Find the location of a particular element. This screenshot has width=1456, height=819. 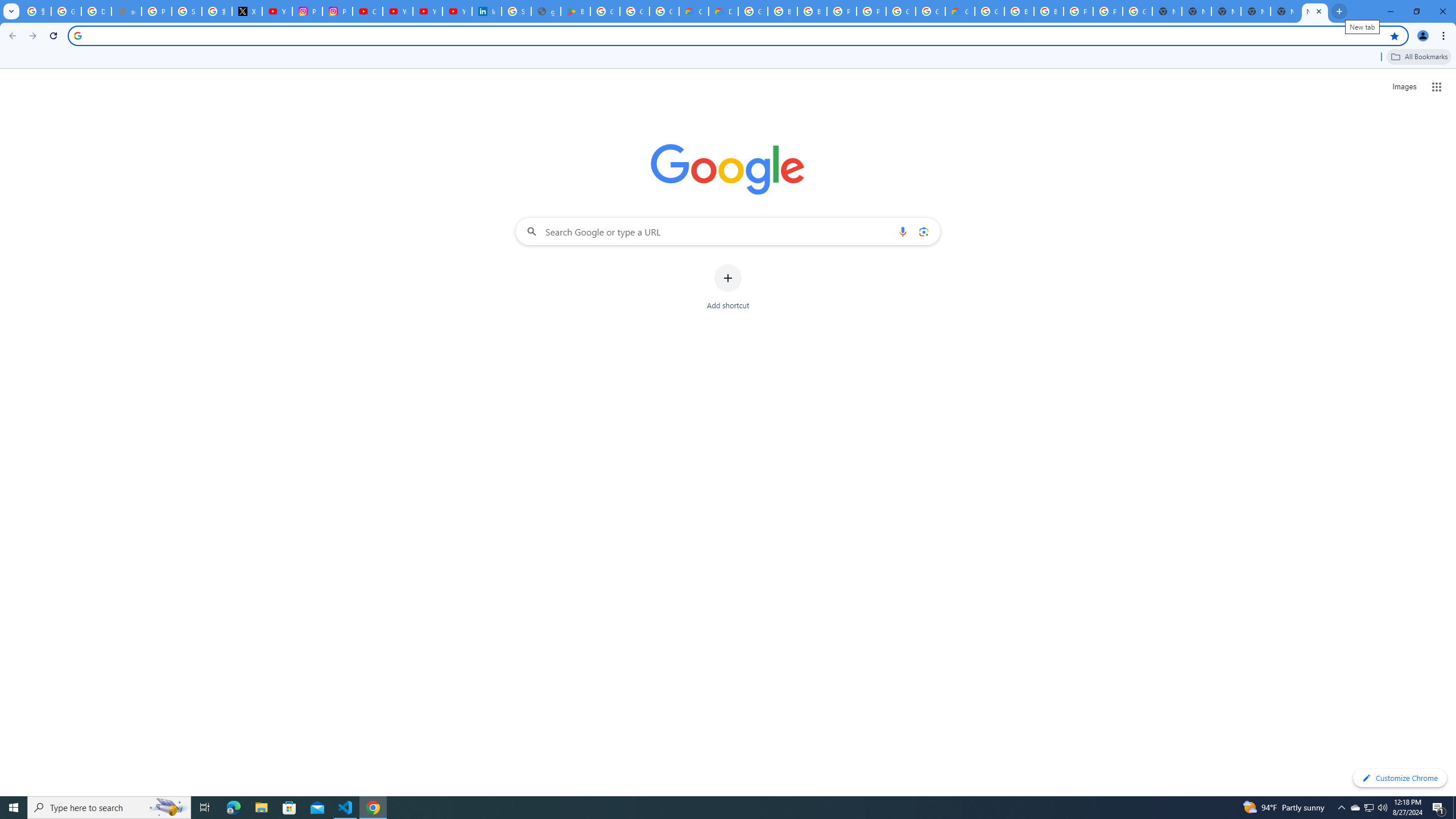

'YouTube Culture & Trends - YouTube Top 10, 2021' is located at coordinates (427, 11).